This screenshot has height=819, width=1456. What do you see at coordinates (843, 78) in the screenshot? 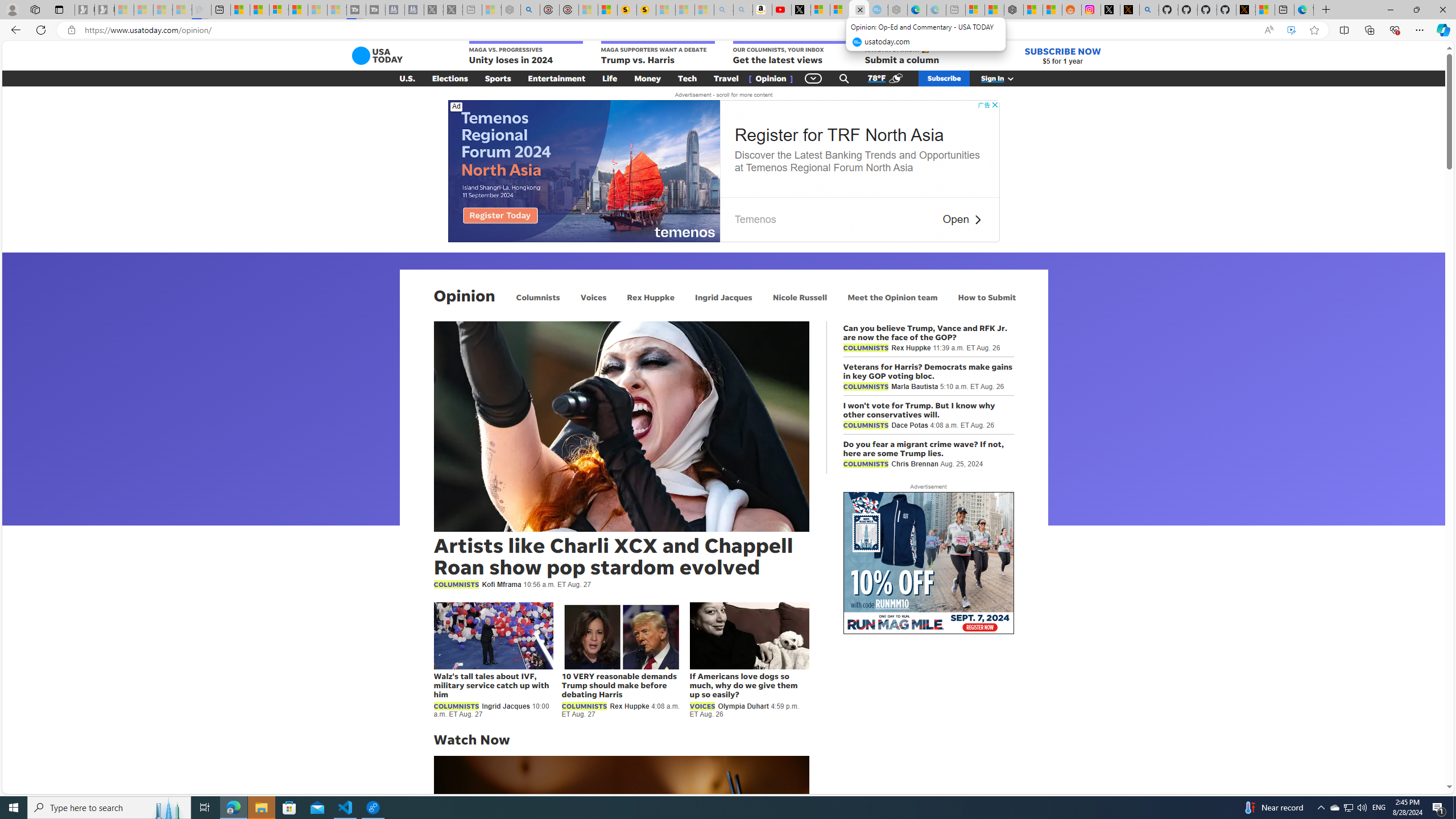
I see `'Search'` at bounding box center [843, 78].